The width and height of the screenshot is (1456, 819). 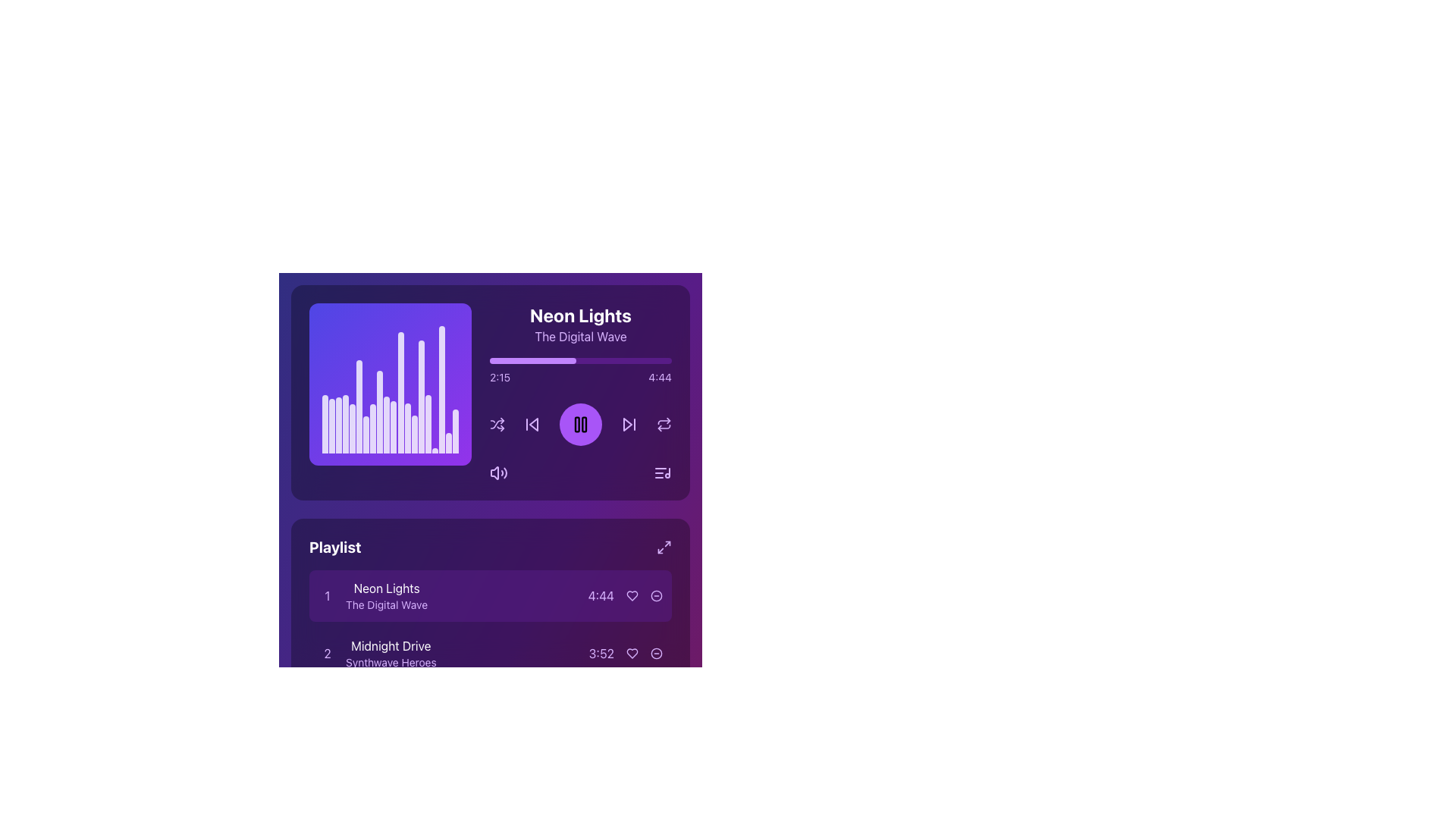 What do you see at coordinates (391, 646) in the screenshot?
I see `the text label that reads 'Midnight Drive', which is styled in white text and positioned in the playlist area of a dark purple-themed music interface` at bounding box center [391, 646].